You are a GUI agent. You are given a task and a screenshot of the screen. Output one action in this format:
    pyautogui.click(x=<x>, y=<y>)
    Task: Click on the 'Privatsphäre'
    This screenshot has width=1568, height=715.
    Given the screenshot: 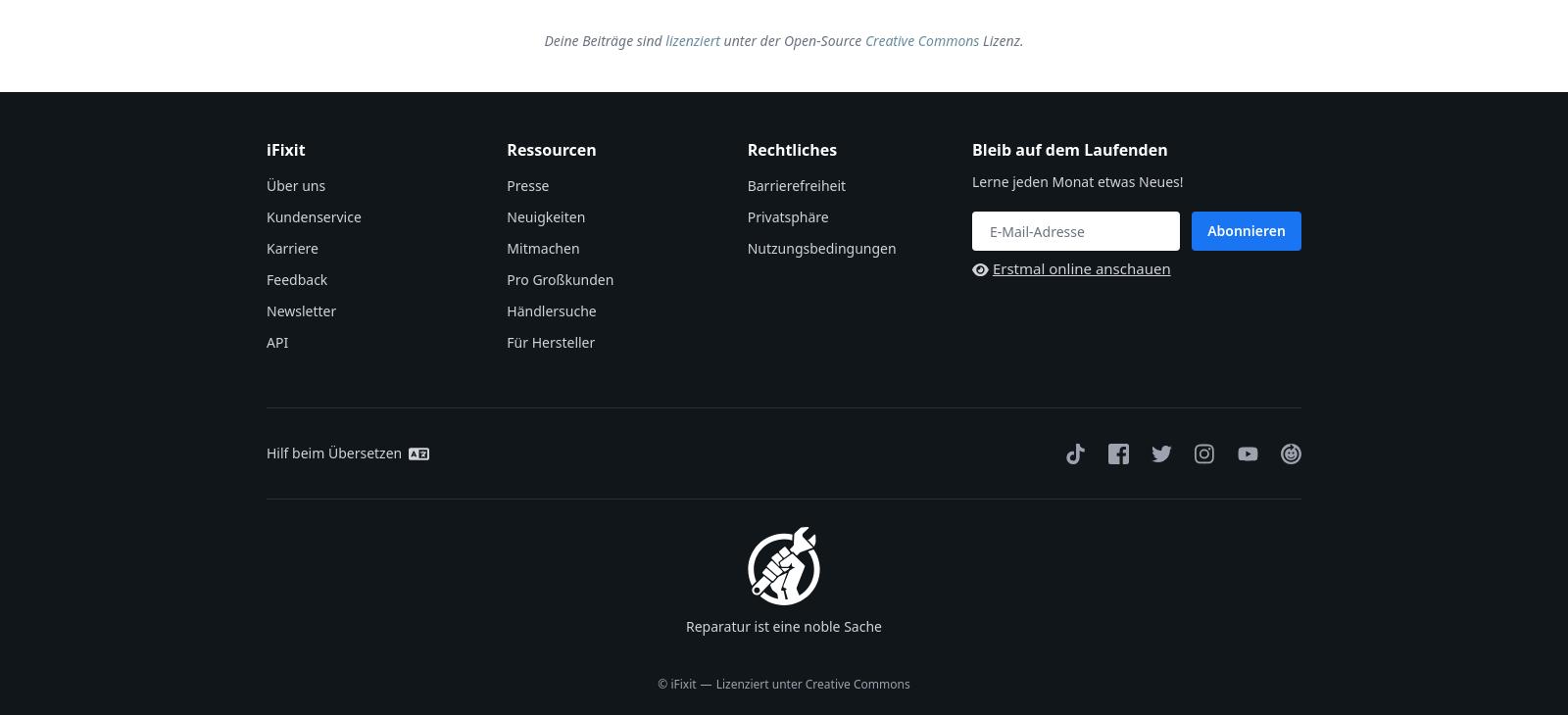 What is the action you would take?
    pyautogui.click(x=786, y=216)
    